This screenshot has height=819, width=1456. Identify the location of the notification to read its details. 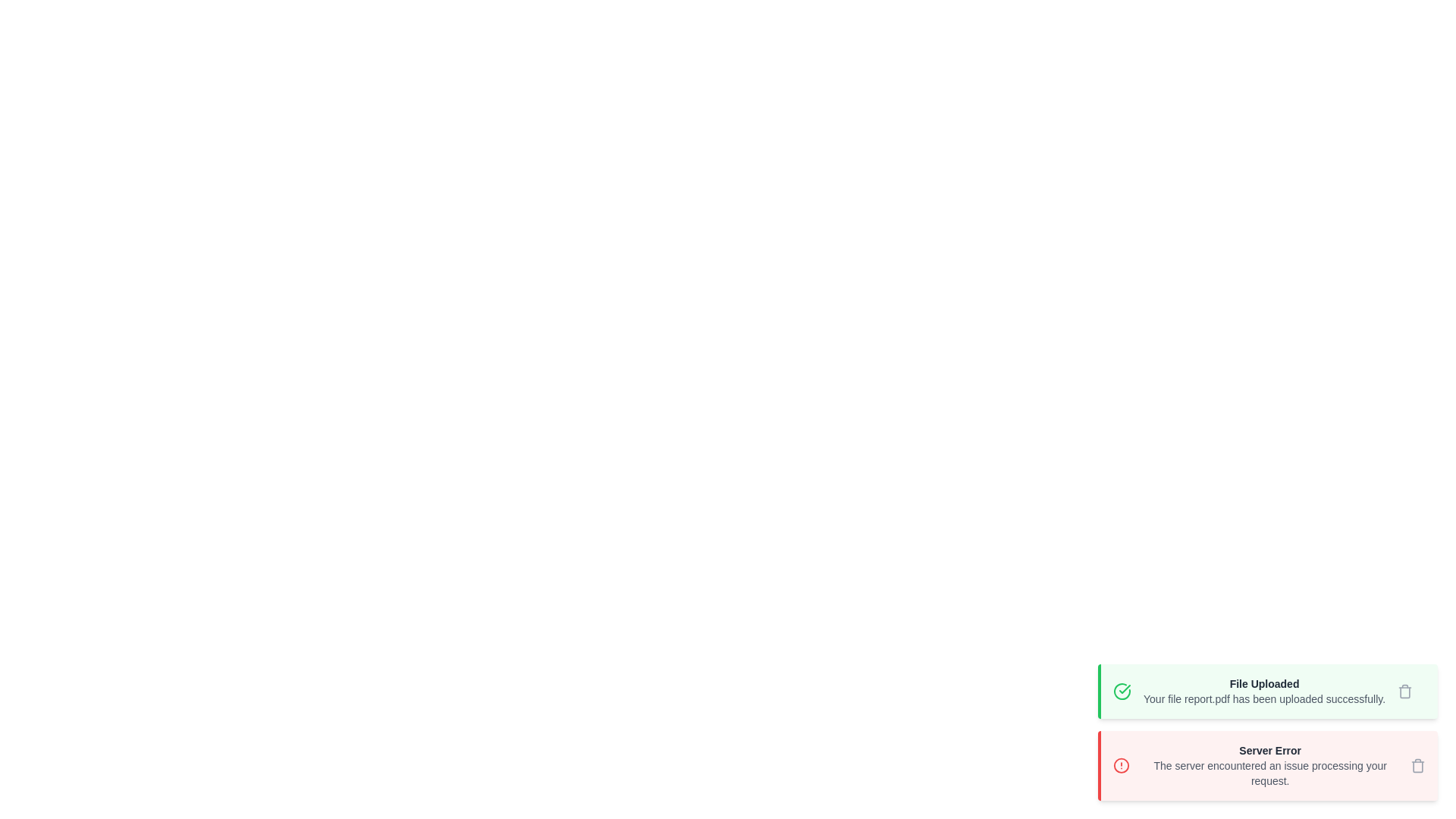
(1267, 691).